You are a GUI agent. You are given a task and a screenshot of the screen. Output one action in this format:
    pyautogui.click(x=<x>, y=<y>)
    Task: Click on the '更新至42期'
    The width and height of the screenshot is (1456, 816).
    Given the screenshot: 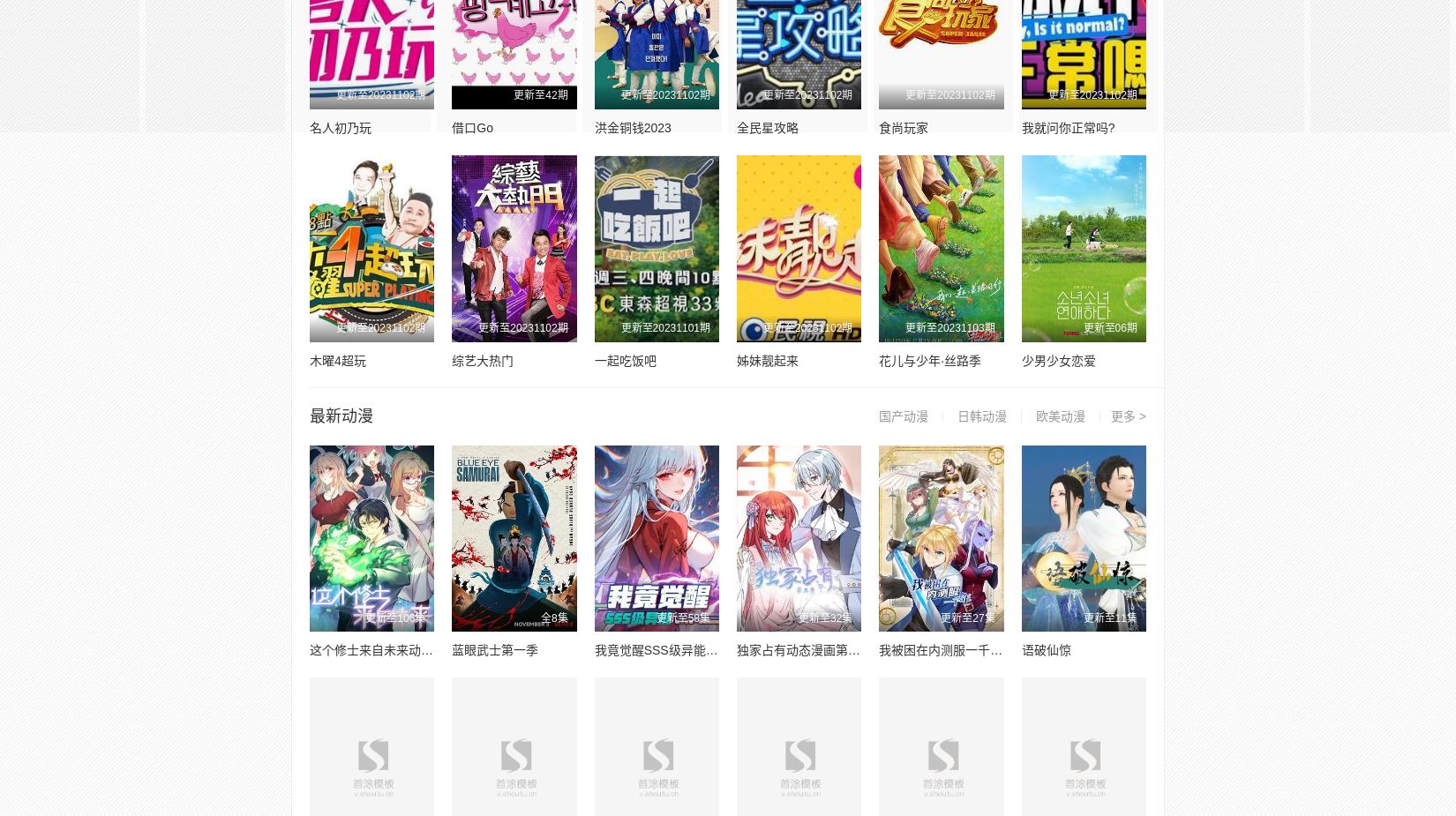 What is the action you would take?
    pyautogui.click(x=539, y=94)
    